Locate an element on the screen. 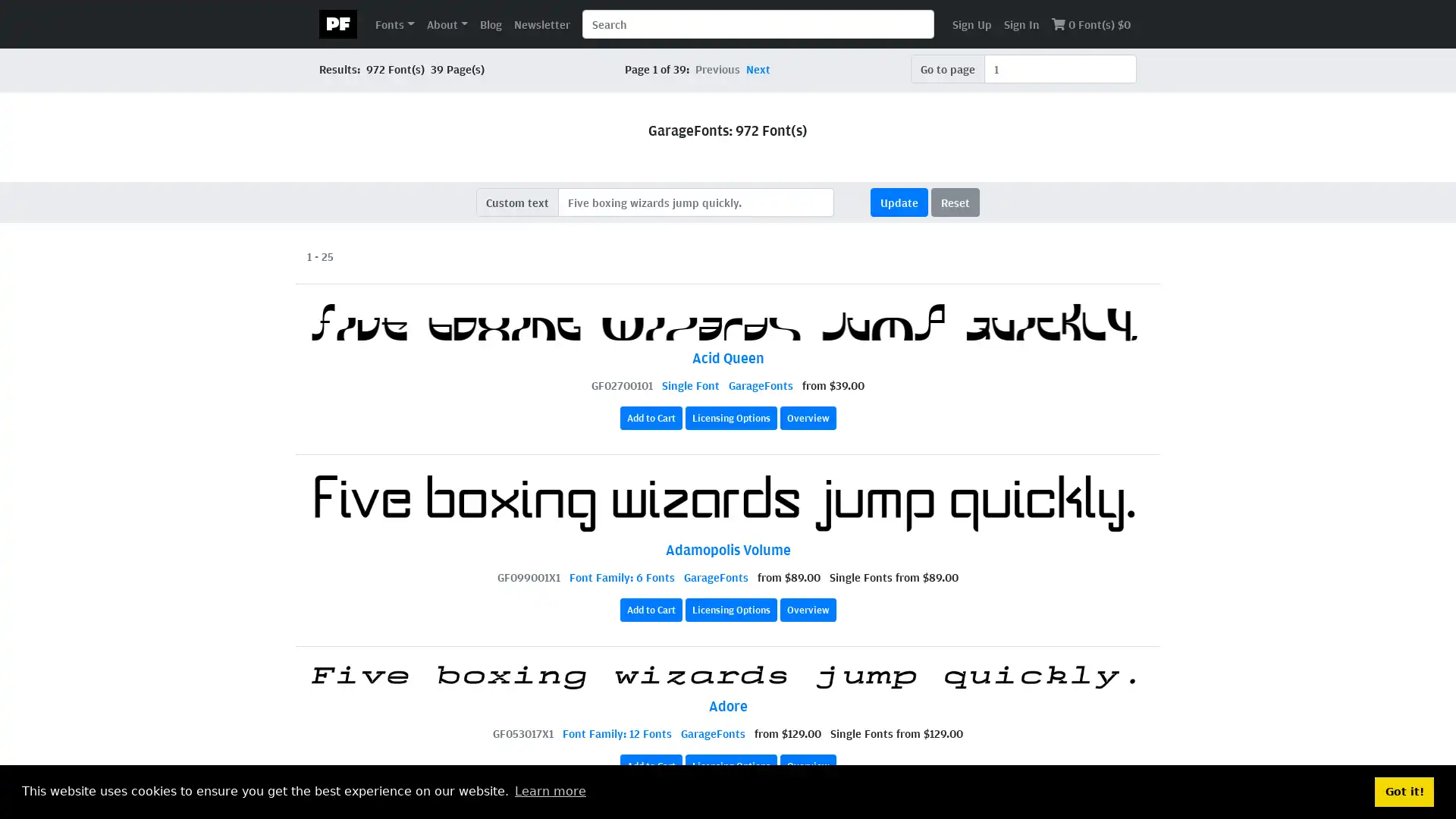  Fonts is located at coordinates (394, 23).